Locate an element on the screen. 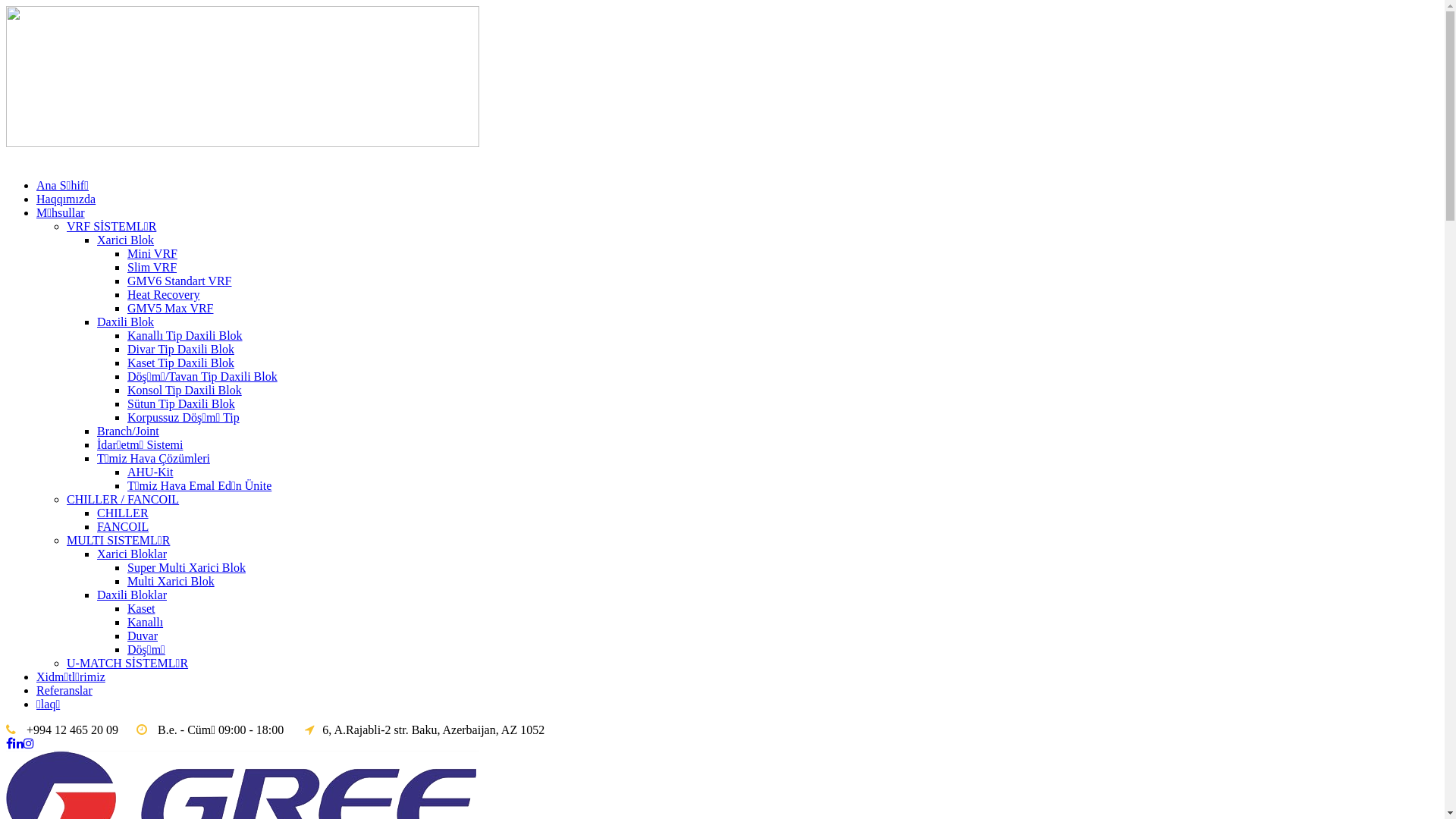 This screenshot has width=1456, height=819. 'CHILLER / FANCOIL' is located at coordinates (65, 499).